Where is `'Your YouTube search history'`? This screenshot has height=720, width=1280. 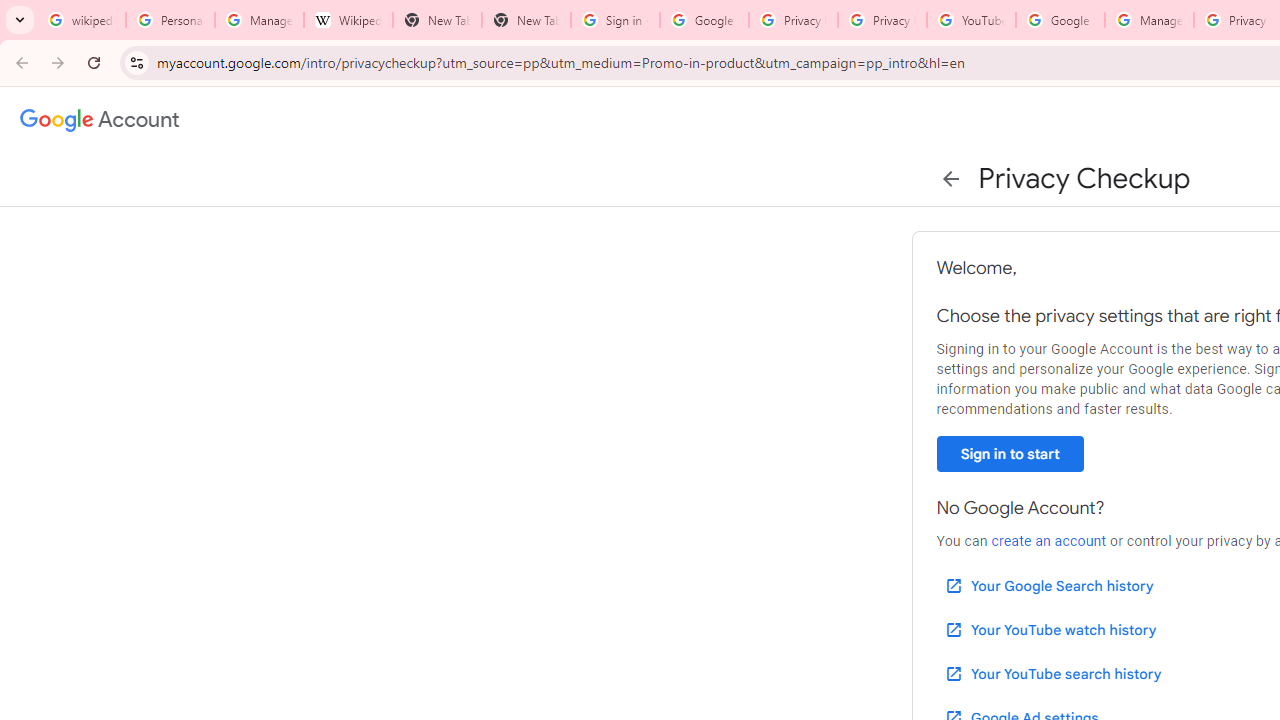
'Your YouTube search history' is located at coordinates (1051, 673).